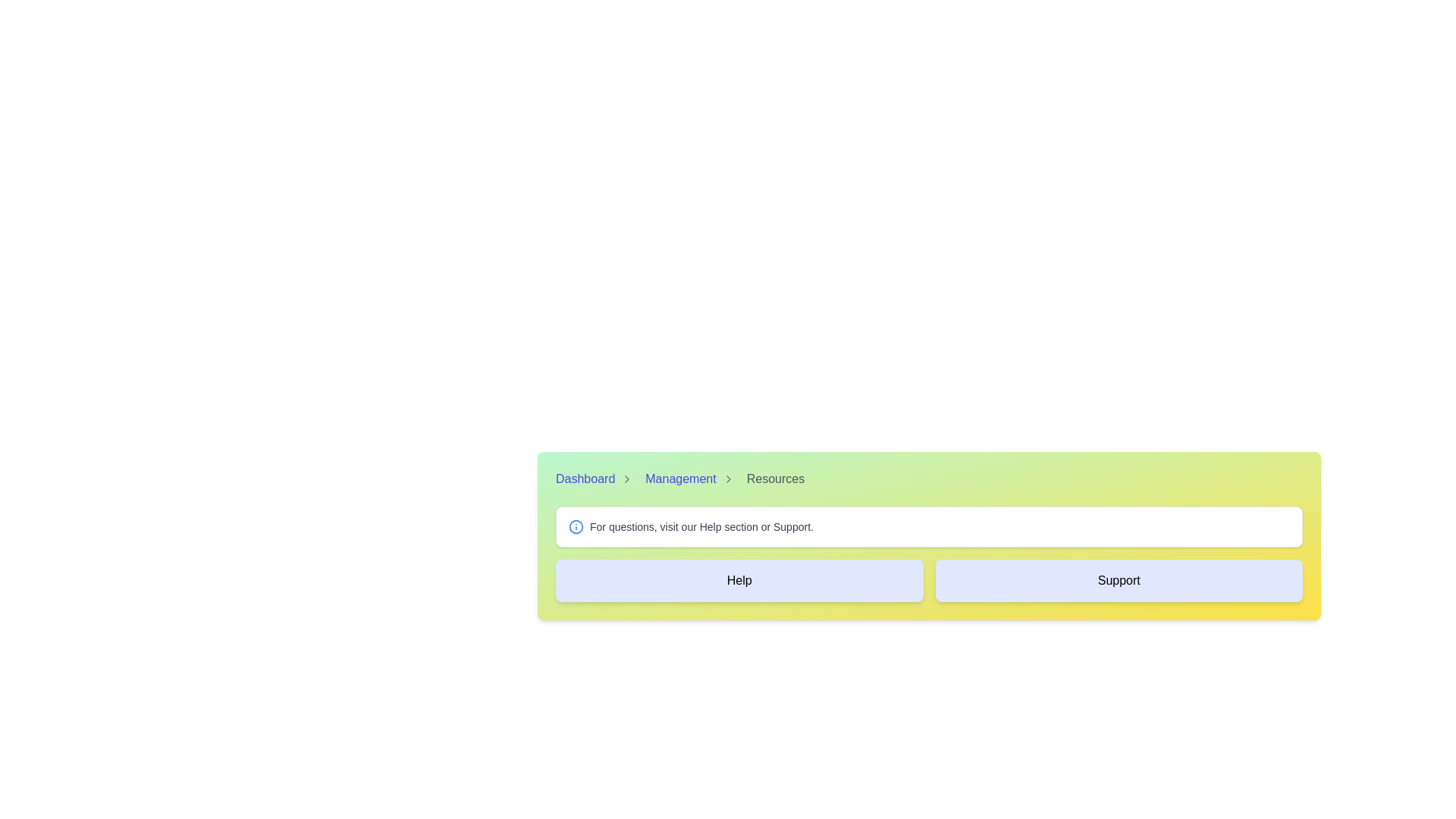 The width and height of the screenshot is (1456, 819). What do you see at coordinates (701, 526) in the screenshot?
I see `the text label that says 'For questions, visit our Help section or Support.' which is styled in a small, gray font and positioned to the right of a blue circular information icon` at bounding box center [701, 526].